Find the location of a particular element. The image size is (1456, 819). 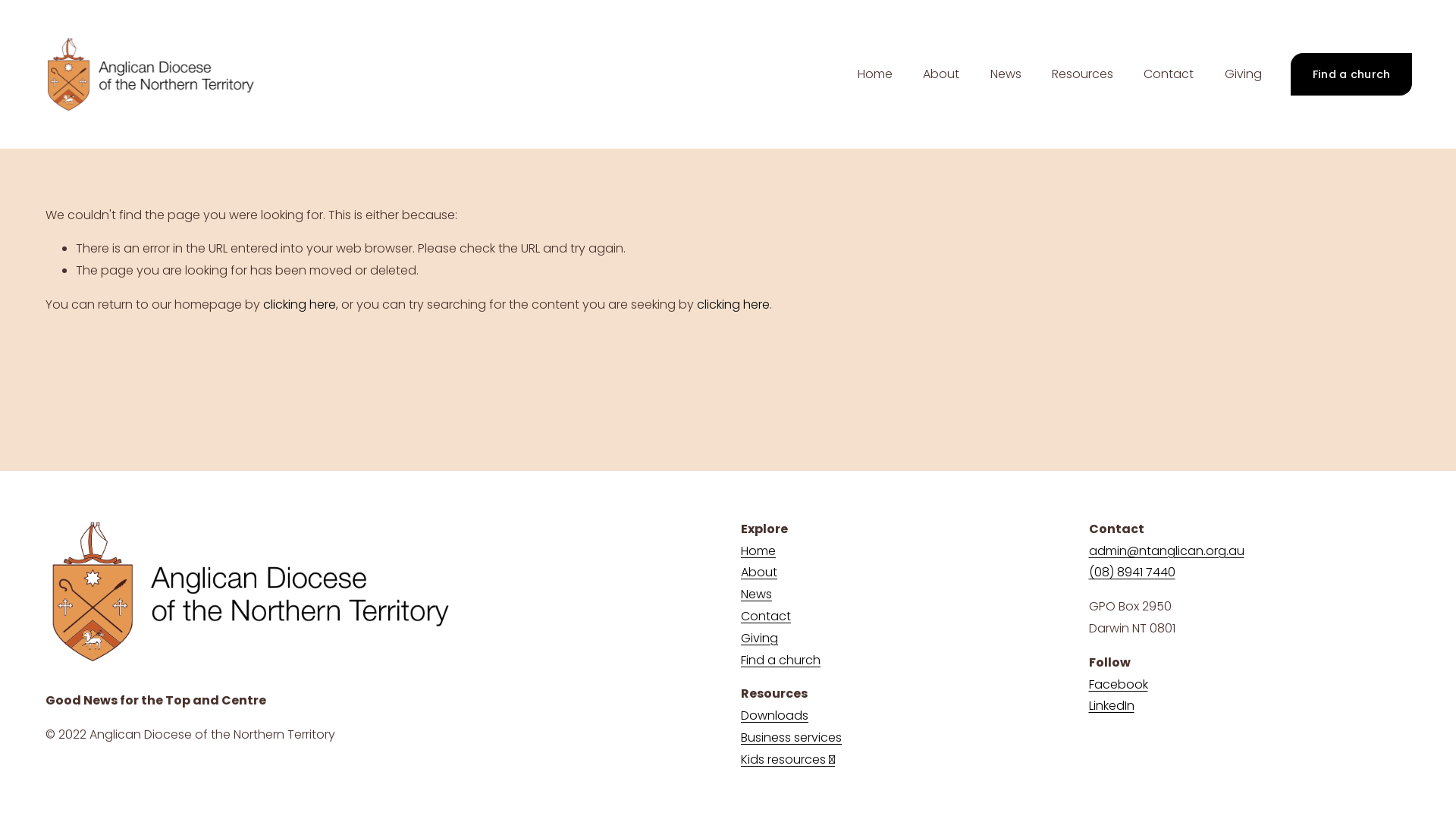

'Home' is located at coordinates (874, 74).